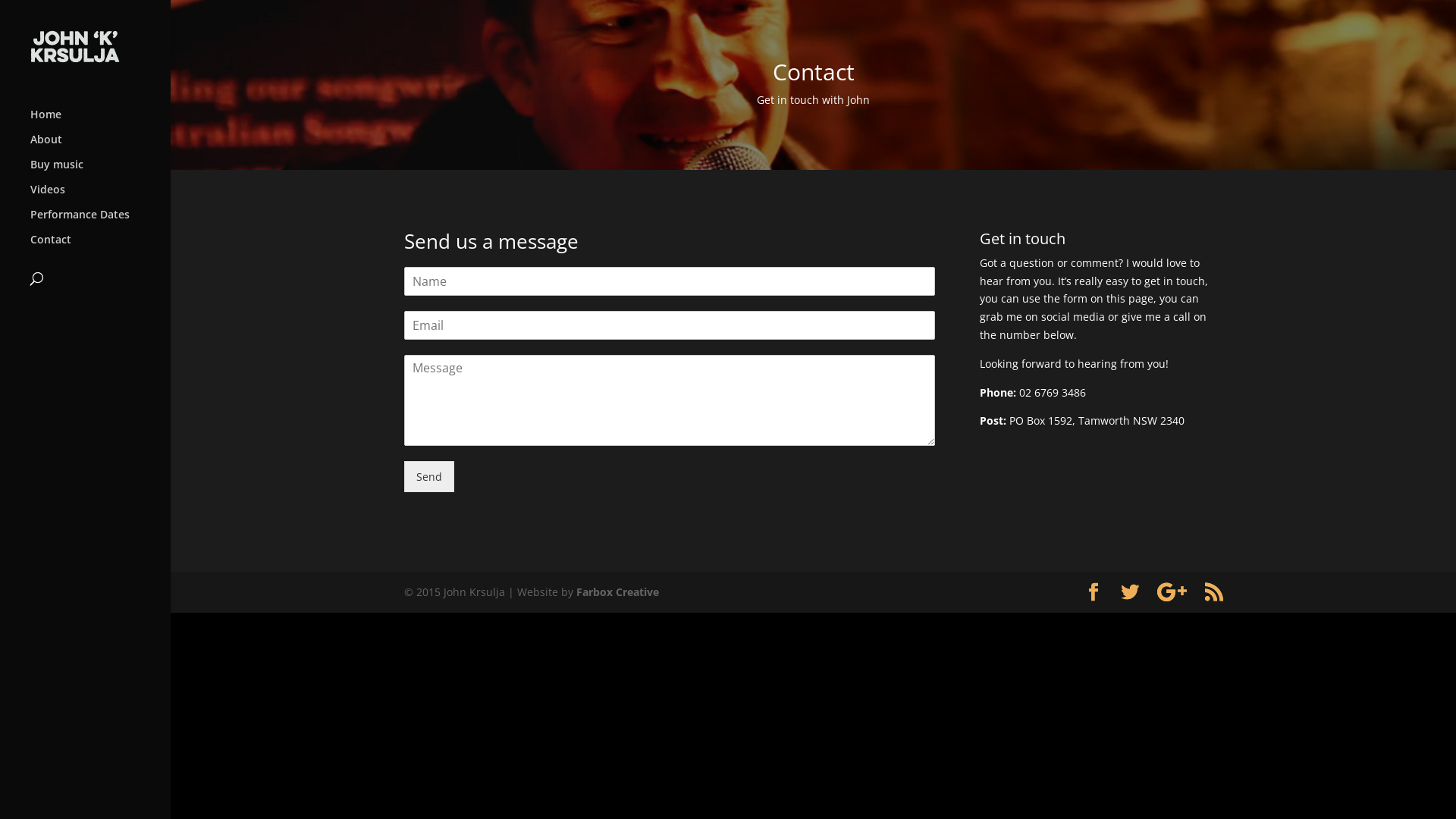 Image resolution: width=1456 pixels, height=819 pixels. Describe the element at coordinates (617, 591) in the screenshot. I see `'Farbox Creative'` at that location.